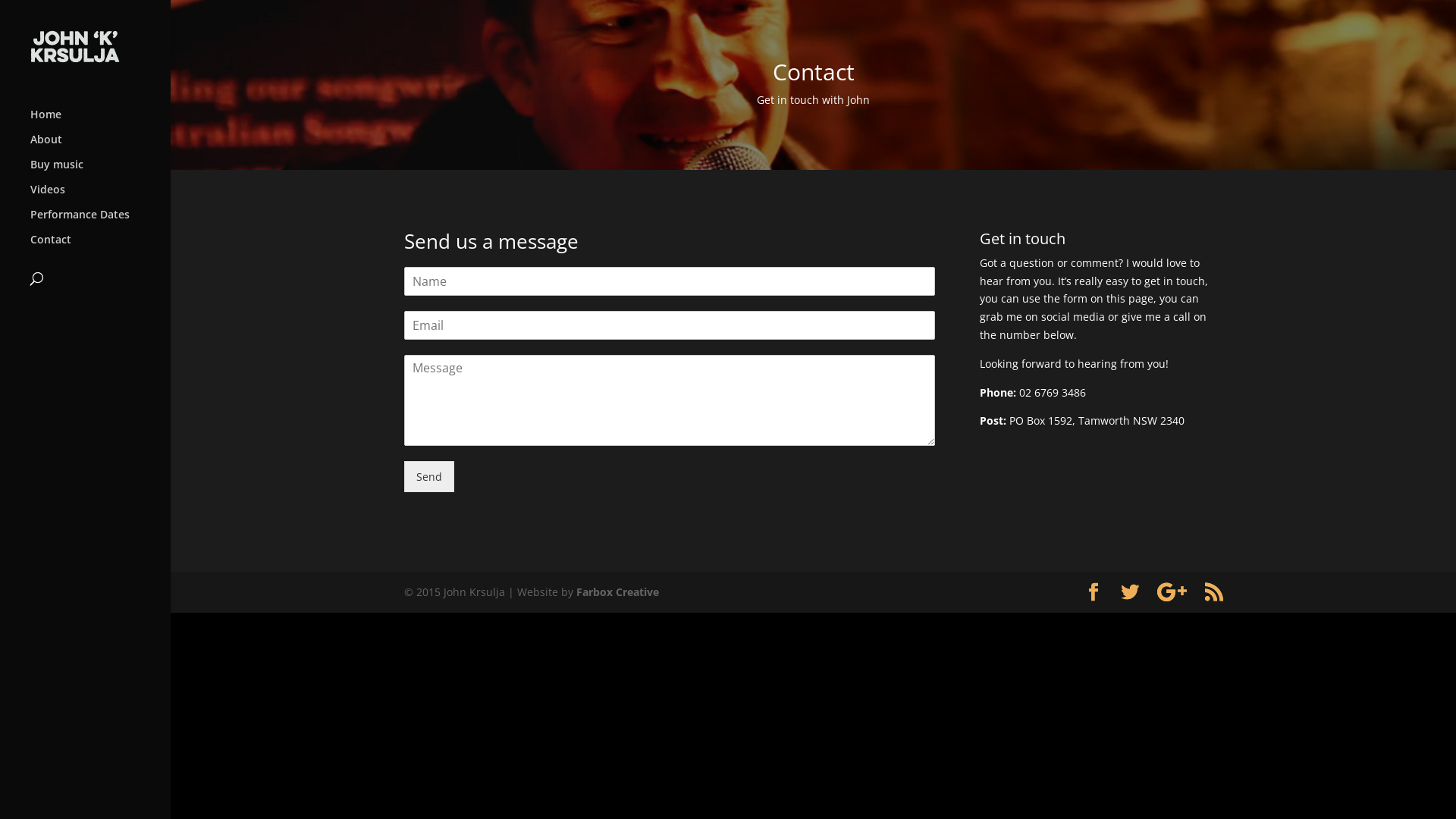 Image resolution: width=1456 pixels, height=819 pixels. Describe the element at coordinates (617, 591) in the screenshot. I see `'Farbox Creative'` at that location.